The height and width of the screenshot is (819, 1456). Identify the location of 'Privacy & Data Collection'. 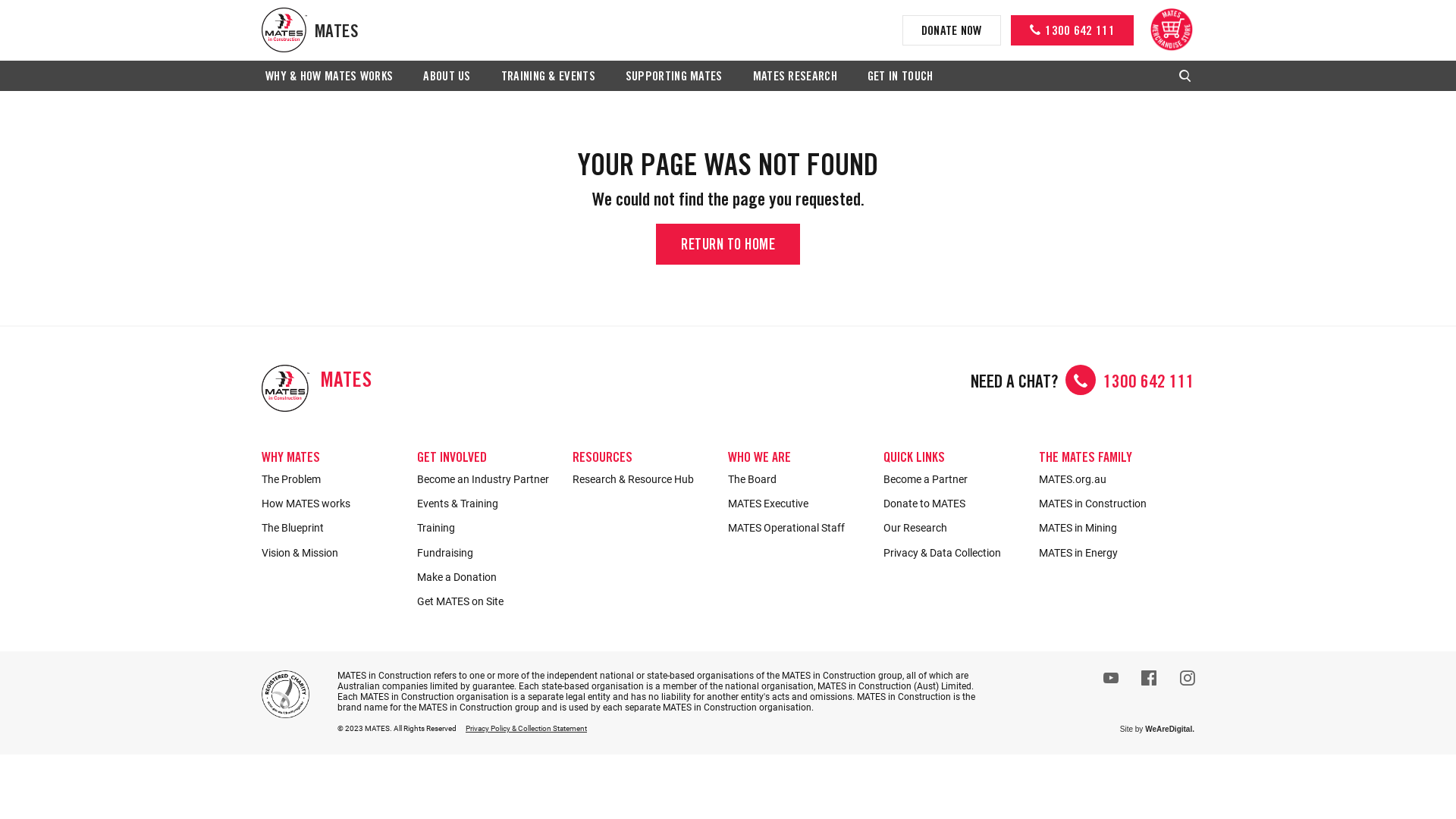
(952, 553).